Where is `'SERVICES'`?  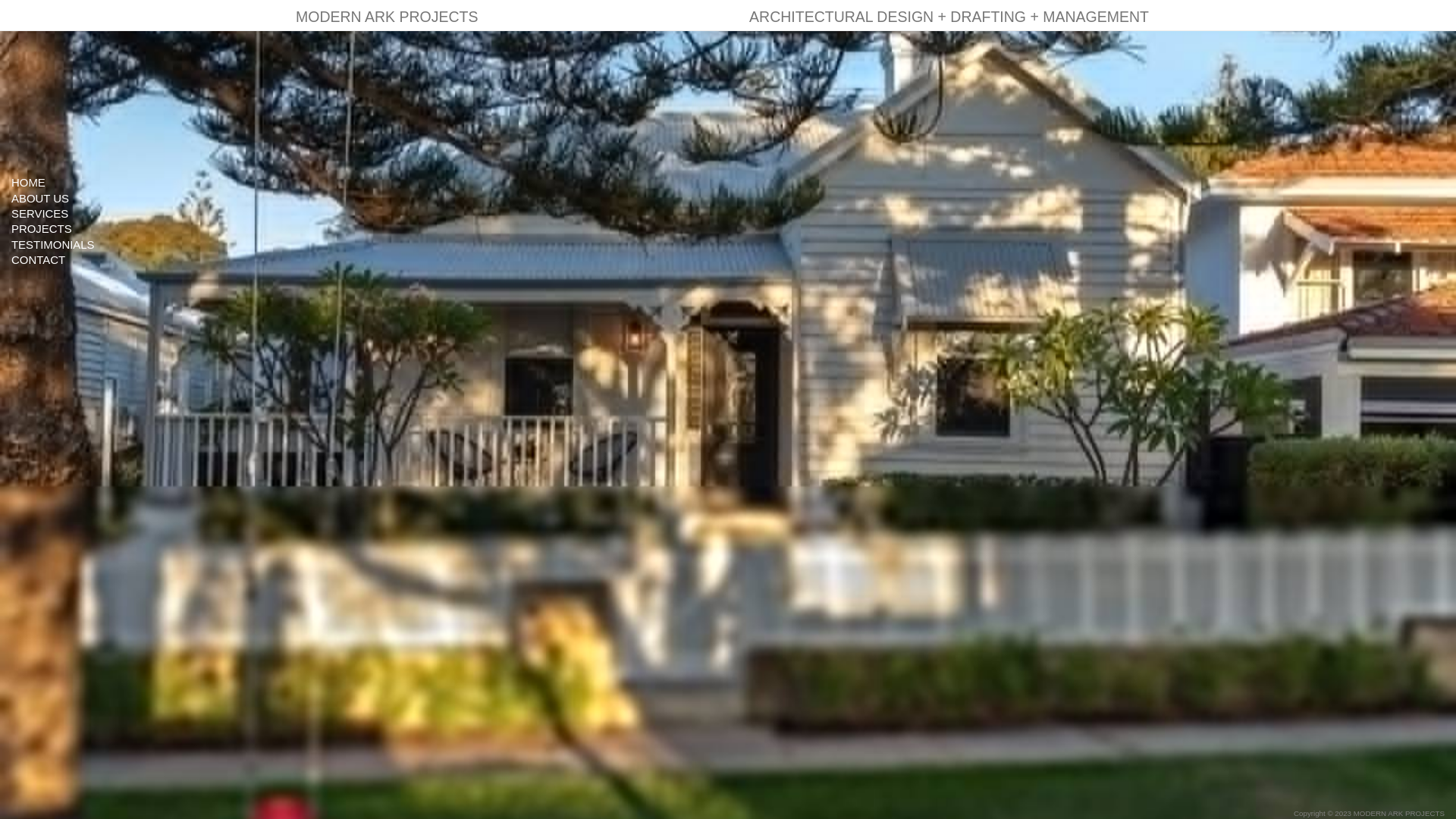 'SERVICES' is located at coordinates (79, 213).